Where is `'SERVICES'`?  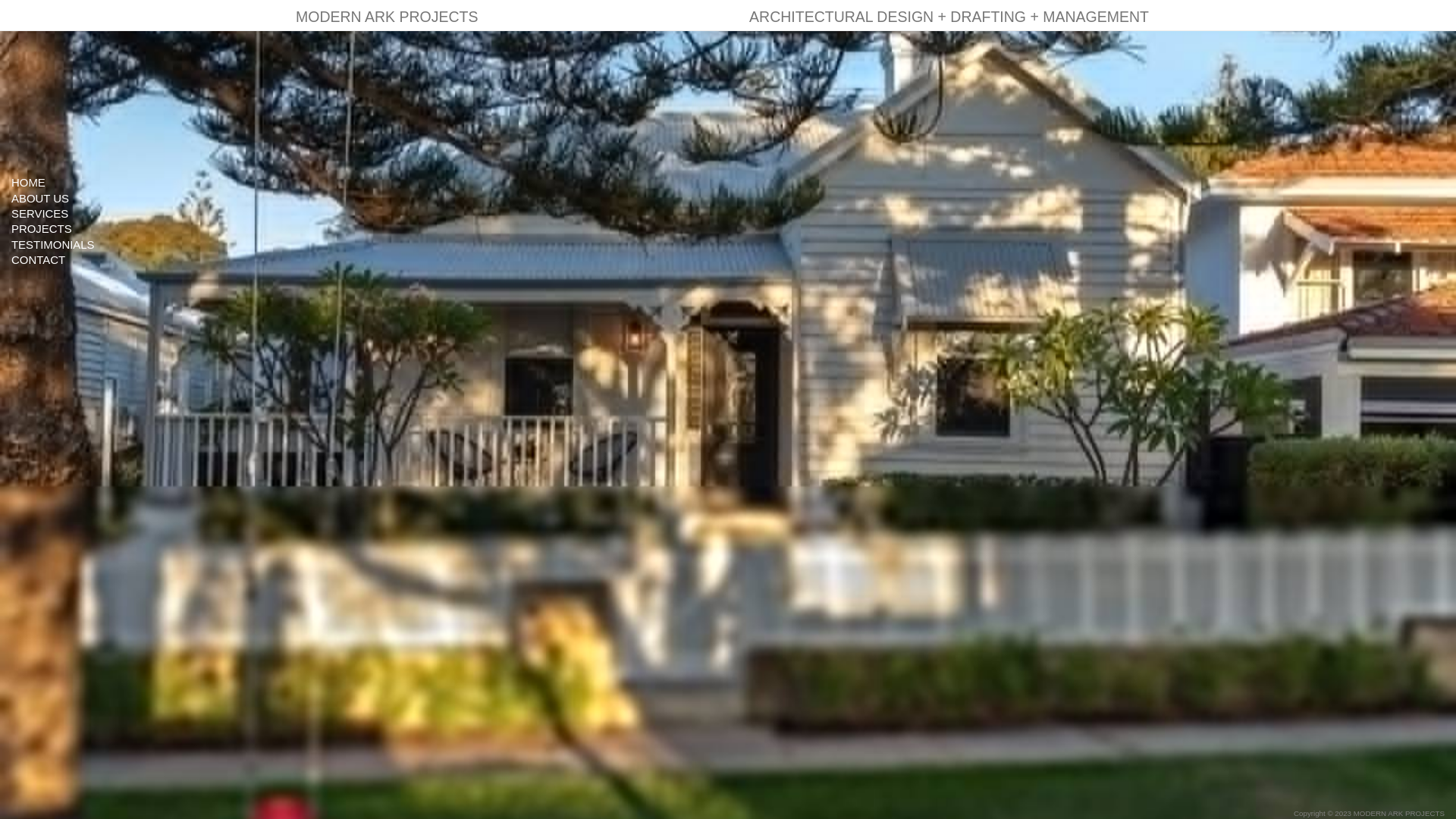 'SERVICES' is located at coordinates (79, 213).